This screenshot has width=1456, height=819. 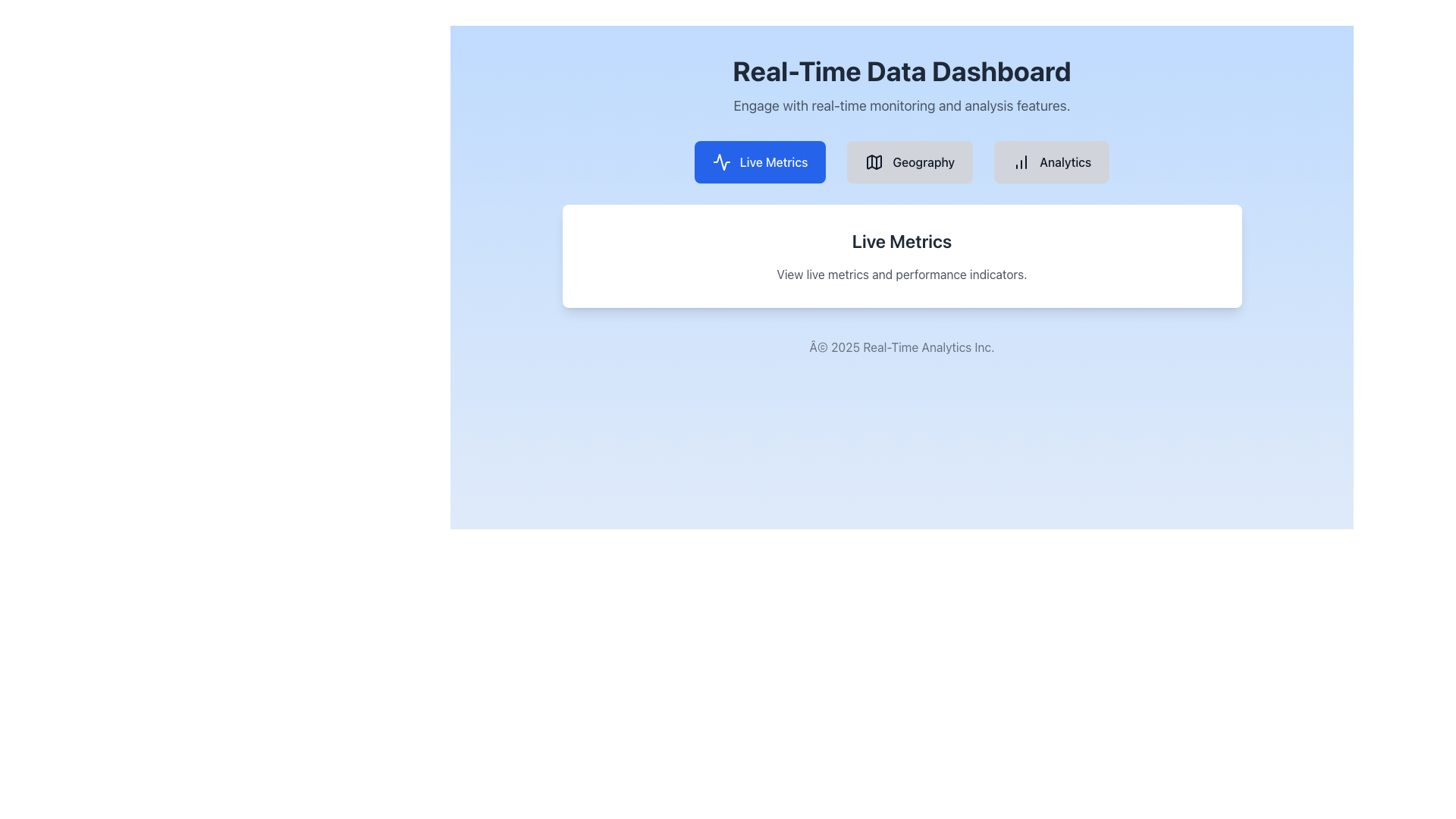 I want to click on the 'Live Metrics' button, which is the first button from the left in a row of three buttons below the 'Real-Time Data Dashboard' title, to apply a scaling animation, so click(x=760, y=162).